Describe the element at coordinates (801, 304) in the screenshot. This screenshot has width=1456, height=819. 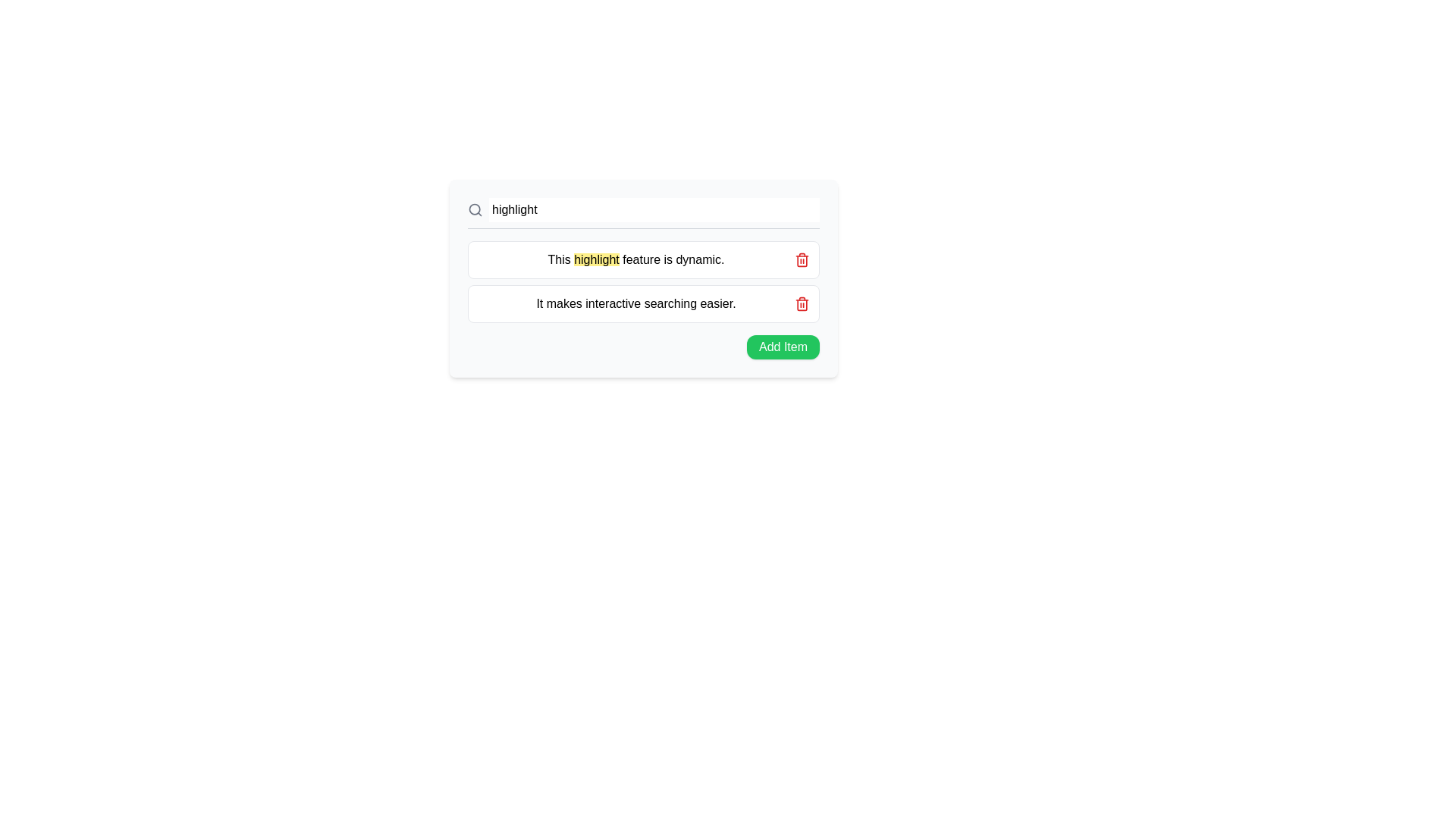
I see `the Icon button located to the right of the text 'It makes interactive searching easier.'` at that location.